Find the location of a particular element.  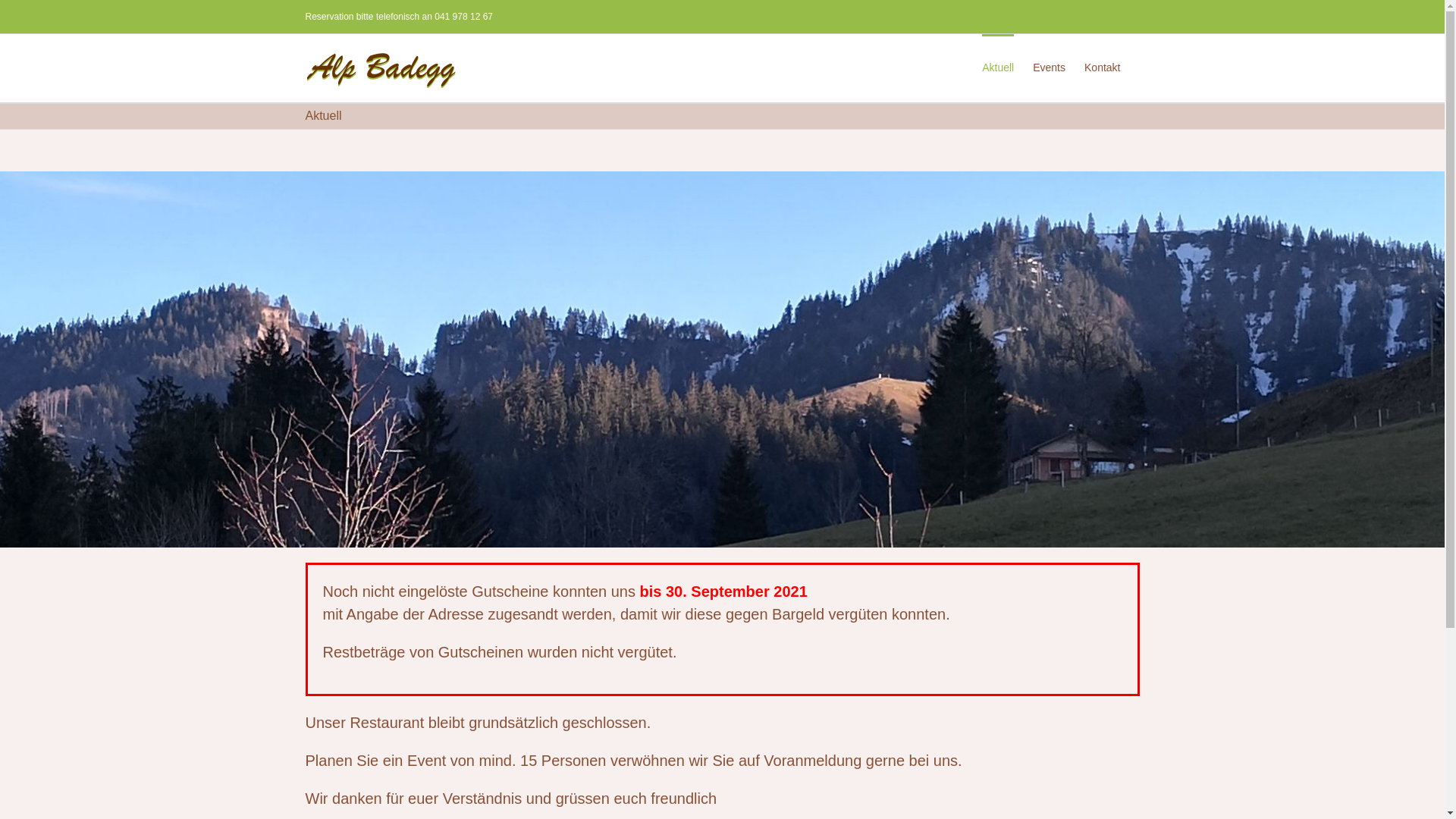

'Kontakt' is located at coordinates (1102, 65).